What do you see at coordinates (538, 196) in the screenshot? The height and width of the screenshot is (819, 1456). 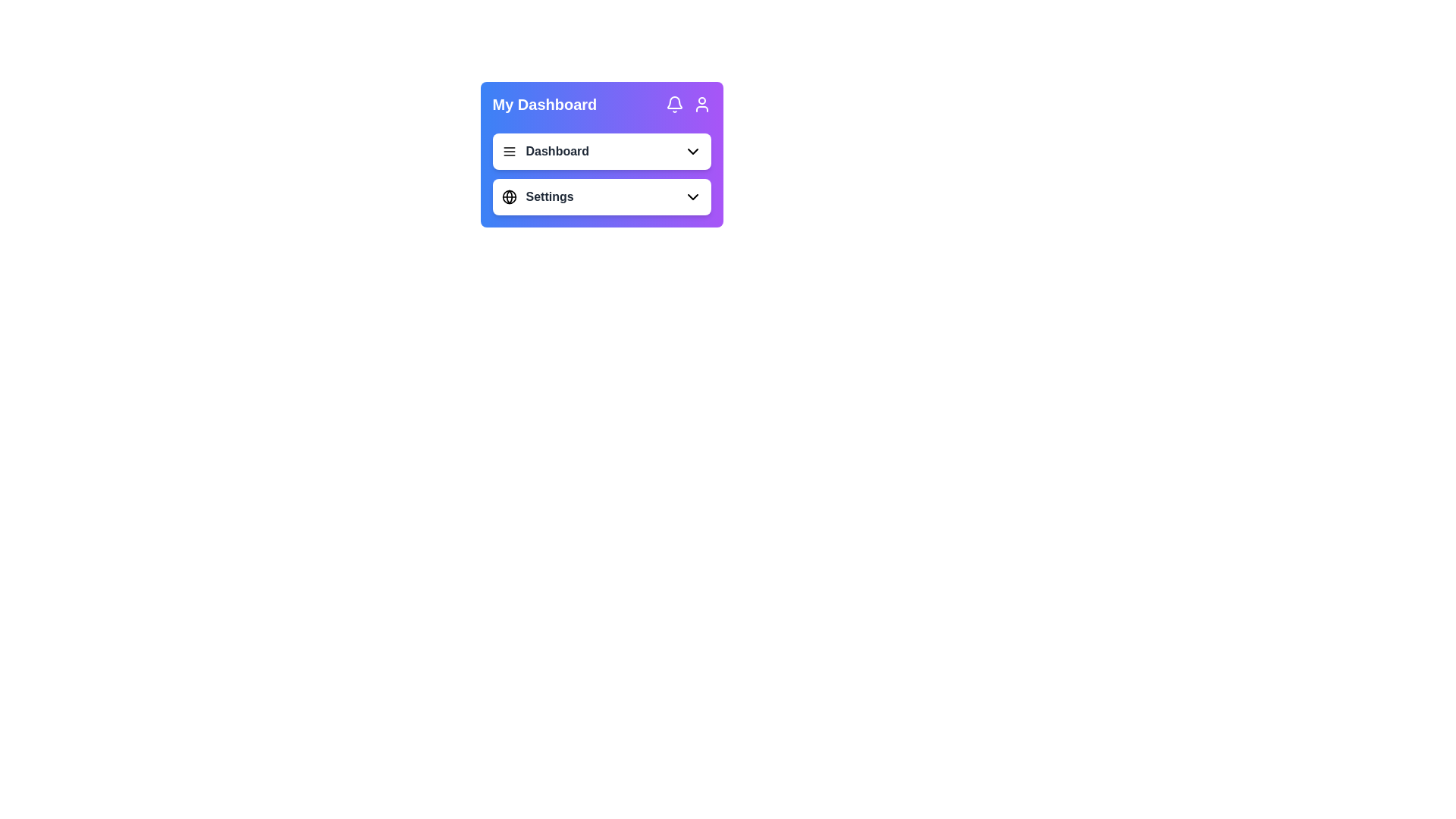 I see `the menu entry with an icon of a globe and text` at bounding box center [538, 196].